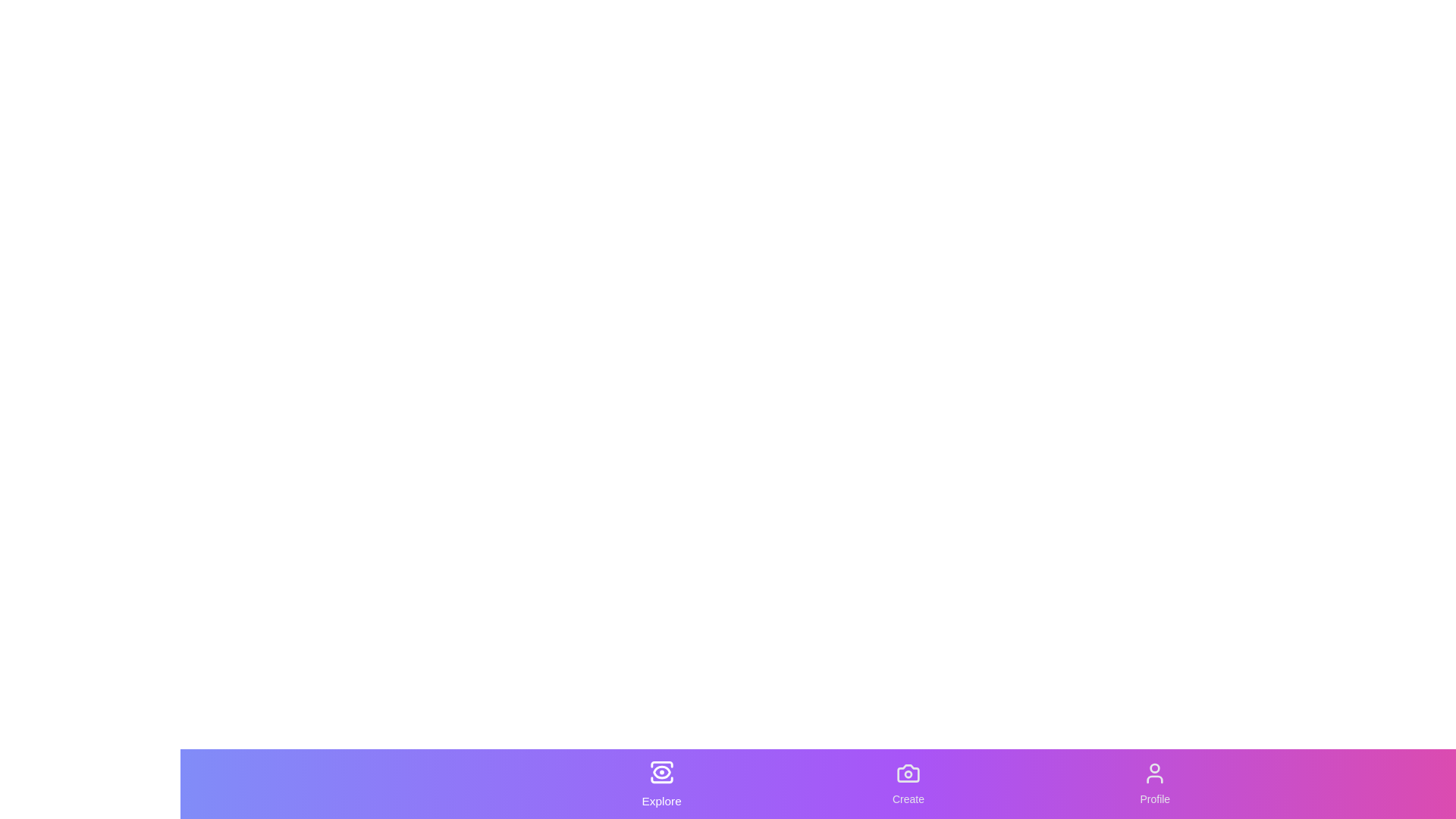  Describe the element at coordinates (908, 783) in the screenshot. I see `the 'Create' tab to activate it` at that location.